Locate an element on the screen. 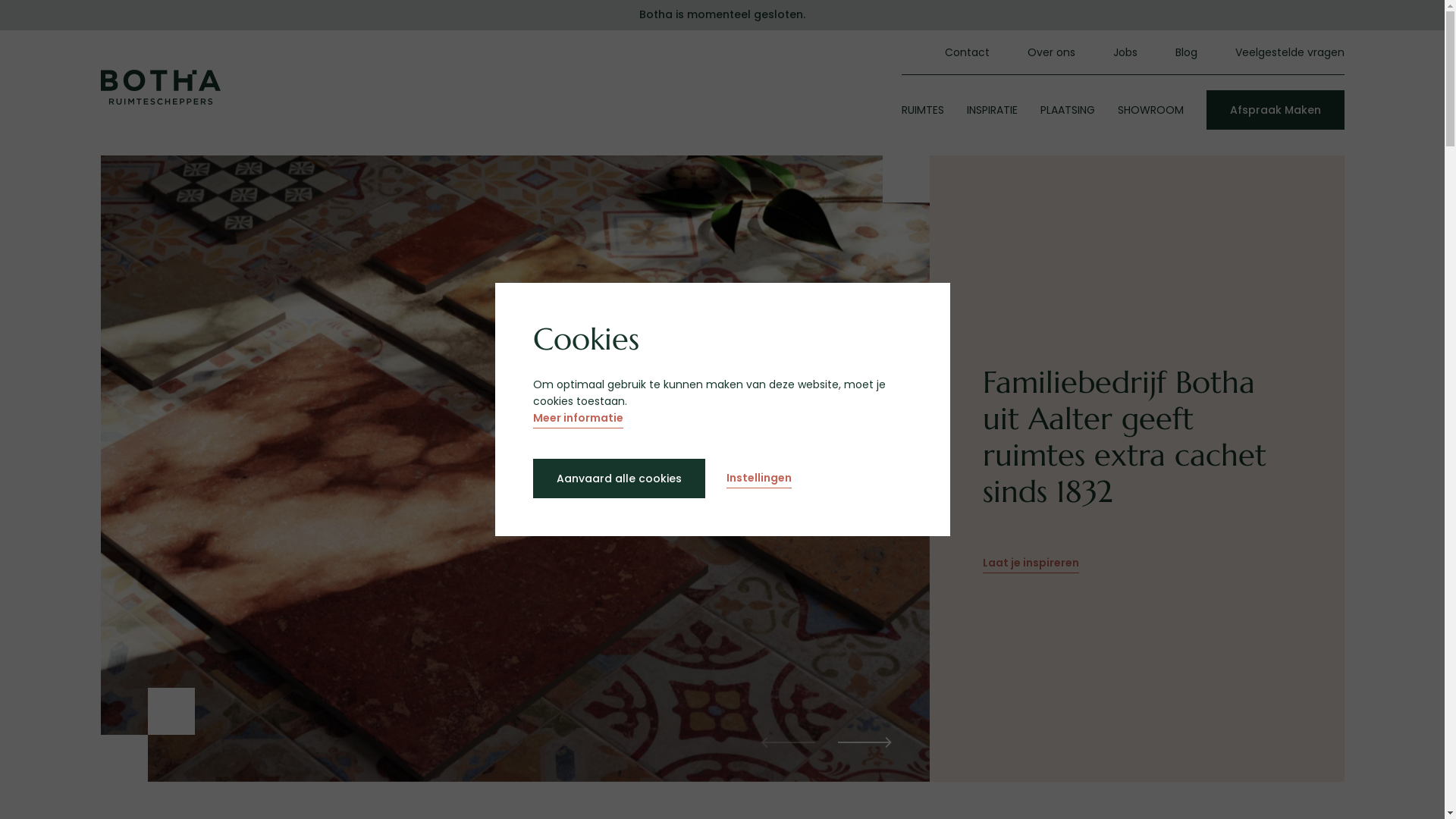  'Afspraak Maken' is located at coordinates (1204, 109).